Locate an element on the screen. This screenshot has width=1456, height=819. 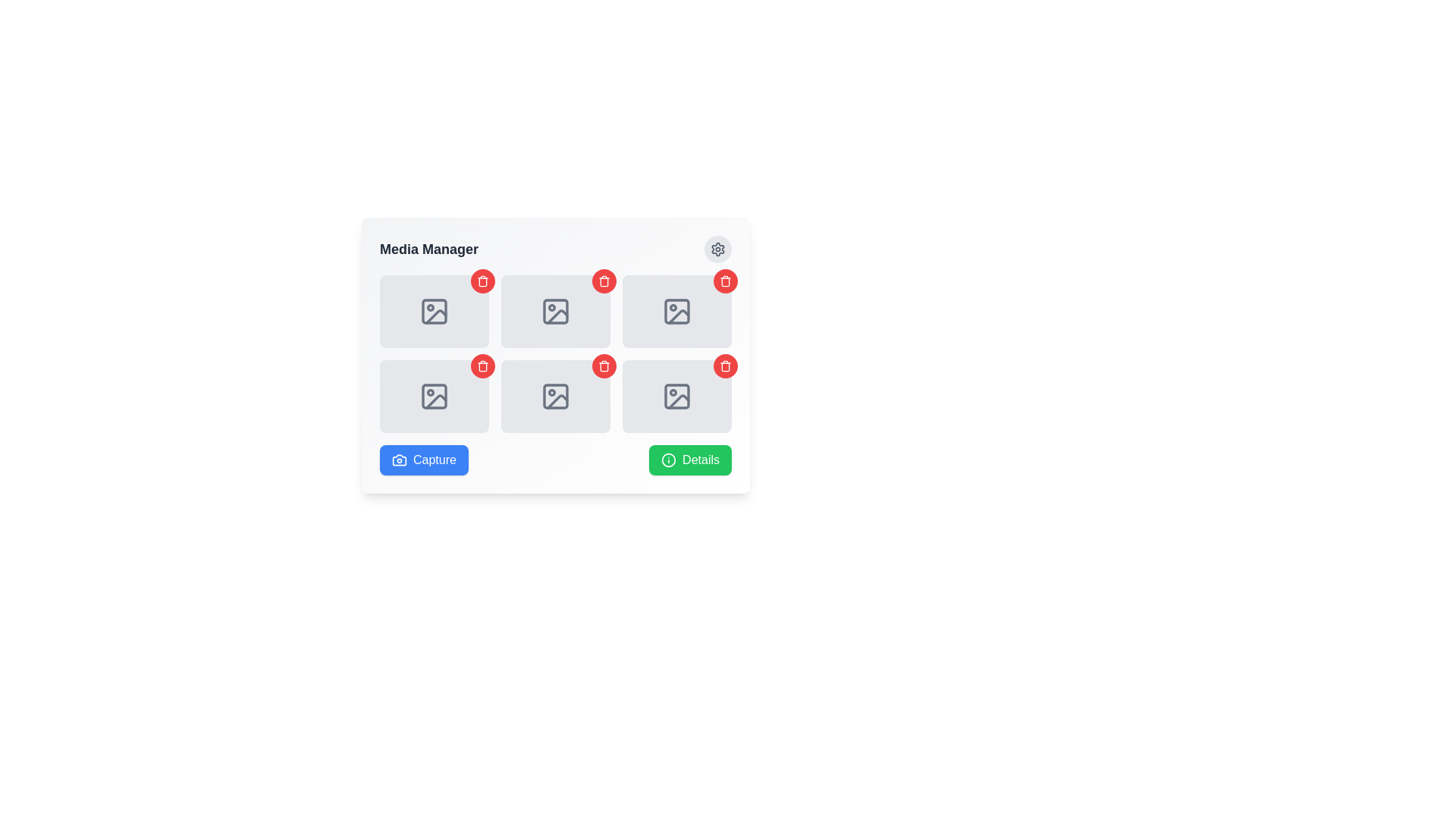
the trash can icon with a rectangular body and white outline located in the second row and first column of the grid is located at coordinates (482, 281).